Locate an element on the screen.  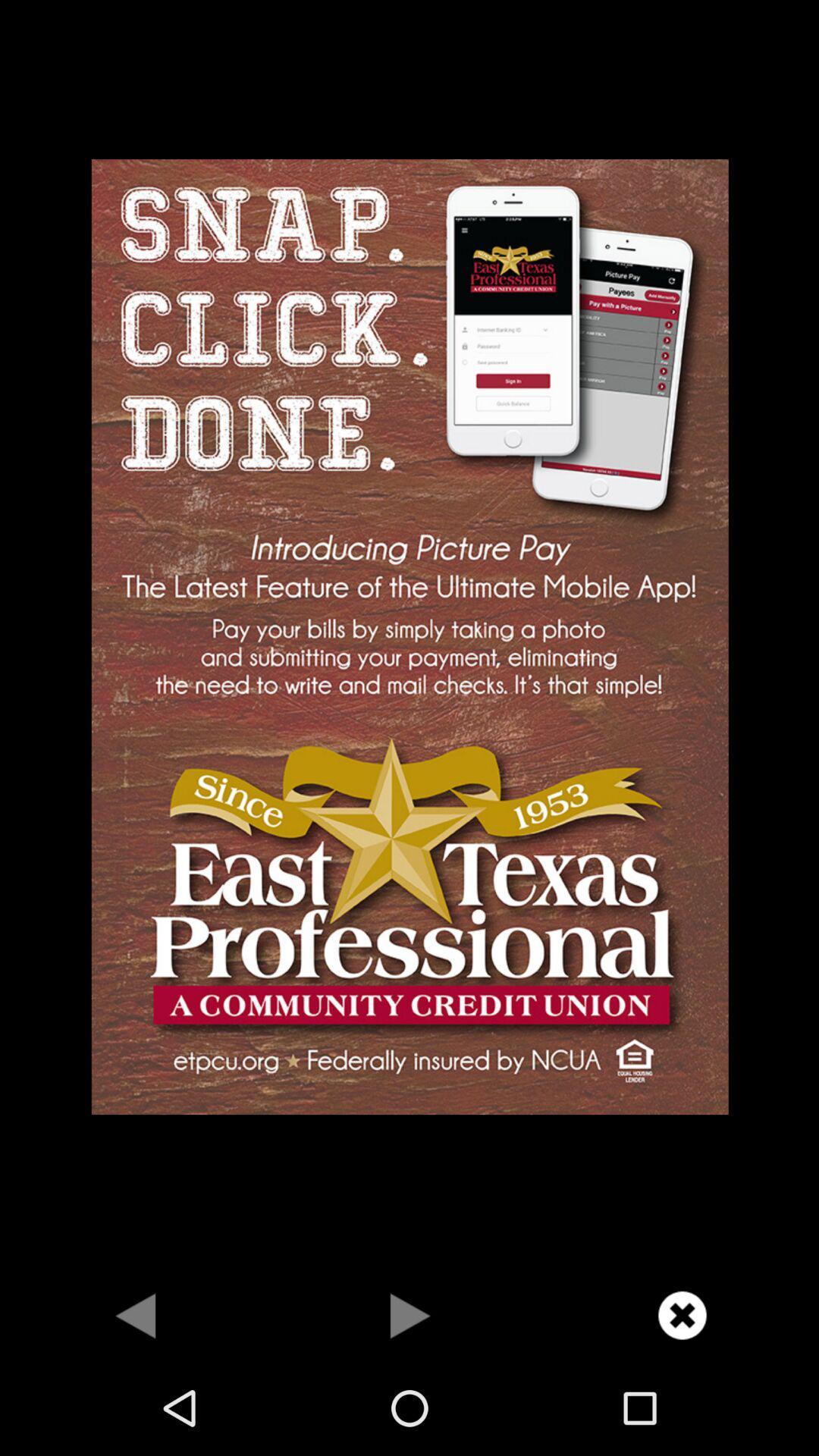
delate is located at coordinates (681, 1314).